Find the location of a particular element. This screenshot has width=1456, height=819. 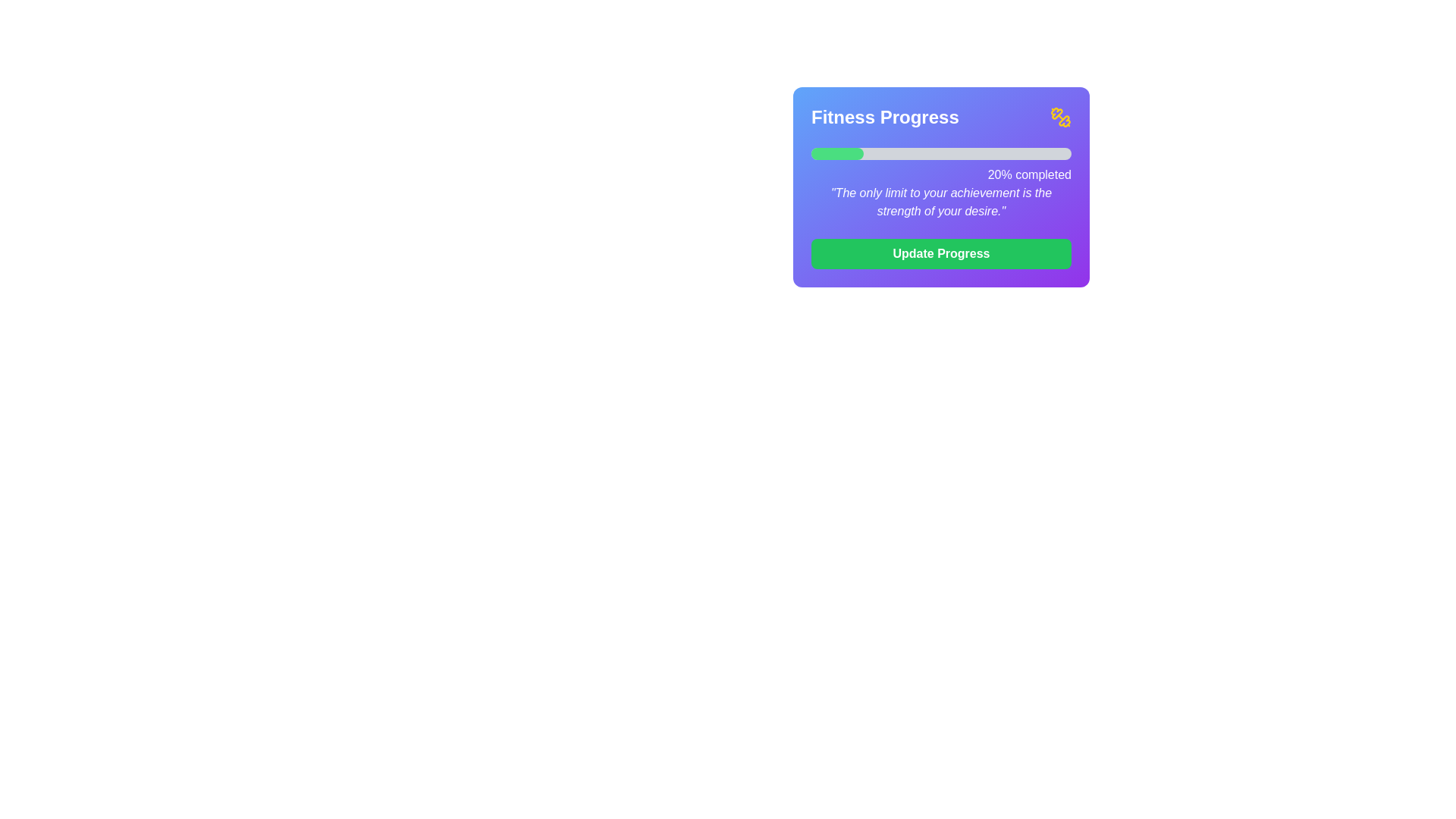

the 'Update Progress' button, which is a bright green rectangular button with rounded corners, located at the bottom center of the card layout is located at coordinates (940, 253).